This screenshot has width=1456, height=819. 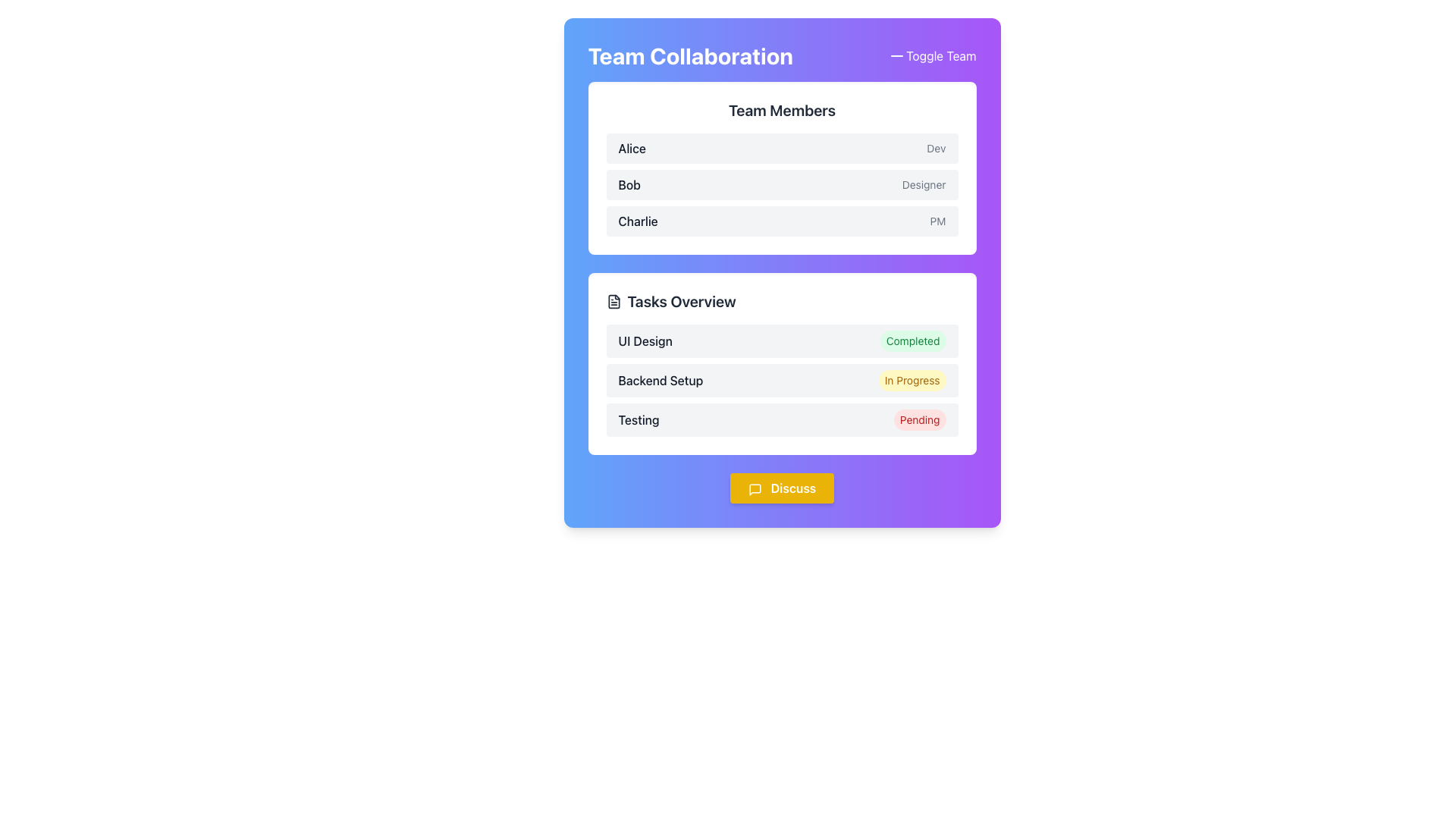 I want to click on the status badge indicating that the 'Backend Setup' task is currently in progress, located in the 'Tasks Overview' section, so click(x=912, y=379).